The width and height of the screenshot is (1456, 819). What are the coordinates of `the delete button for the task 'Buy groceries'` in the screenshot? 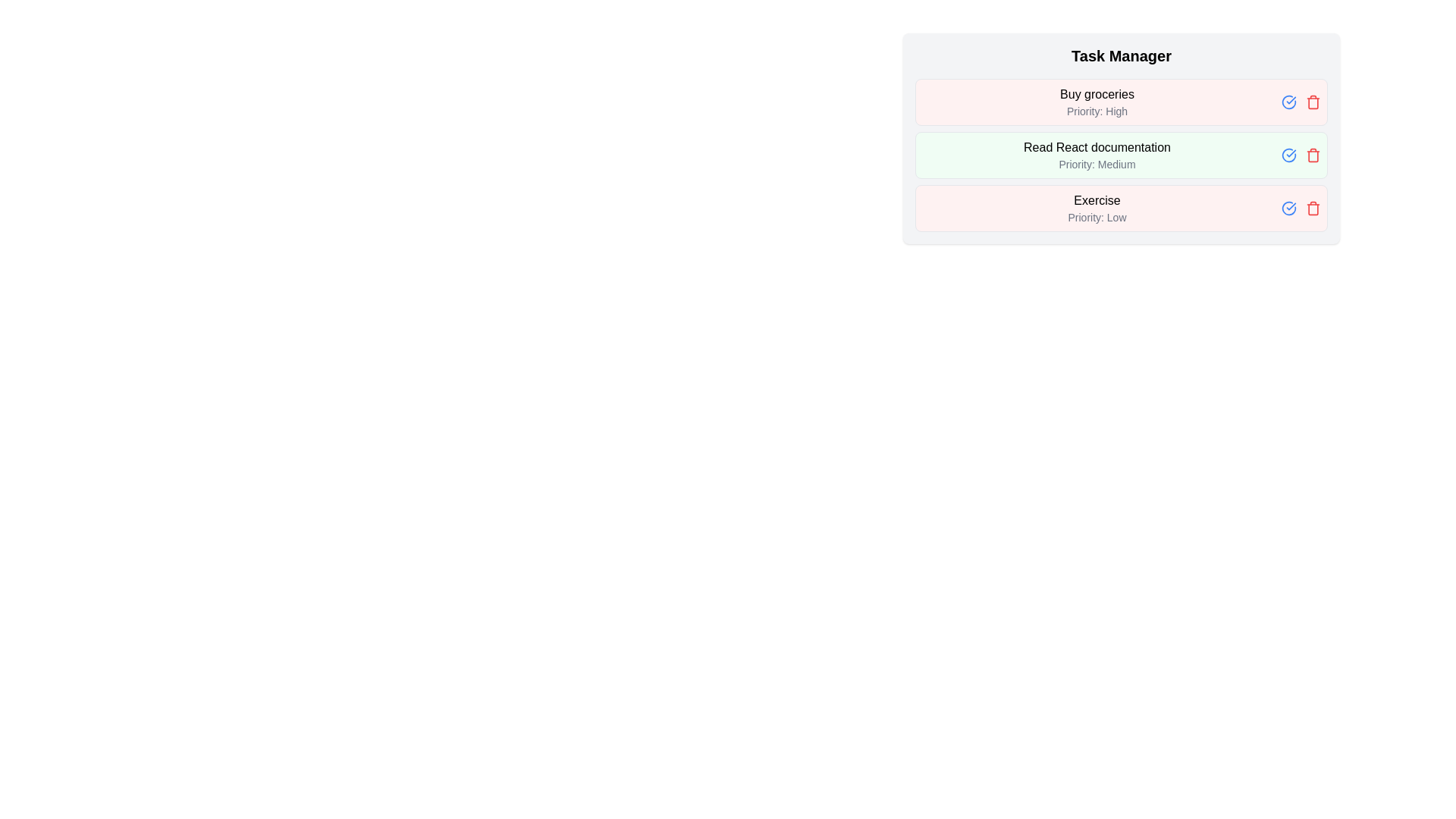 It's located at (1313, 102).